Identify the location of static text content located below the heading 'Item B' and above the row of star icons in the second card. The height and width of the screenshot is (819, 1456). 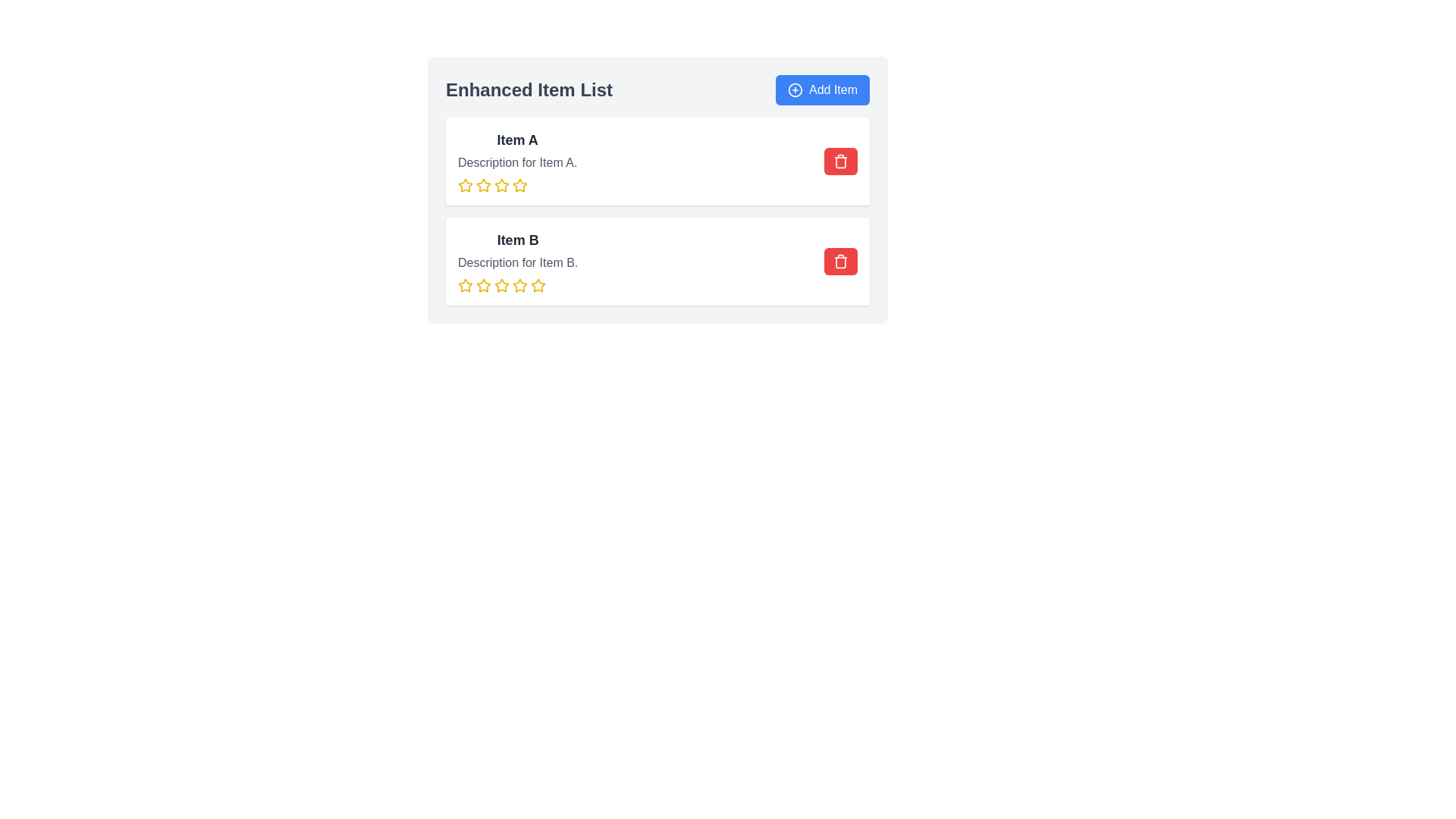
(518, 262).